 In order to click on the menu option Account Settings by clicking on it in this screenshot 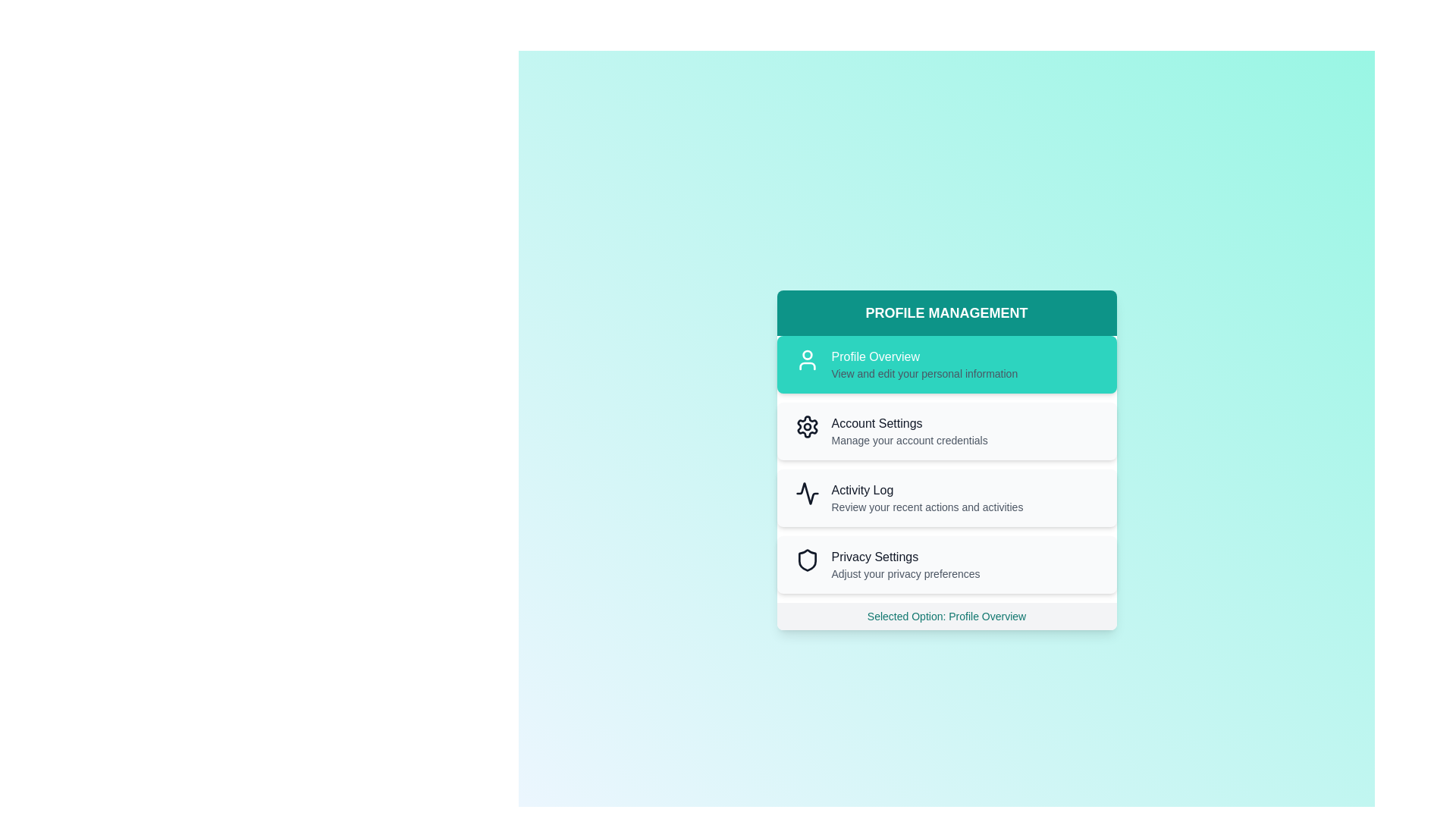, I will do `click(946, 431)`.